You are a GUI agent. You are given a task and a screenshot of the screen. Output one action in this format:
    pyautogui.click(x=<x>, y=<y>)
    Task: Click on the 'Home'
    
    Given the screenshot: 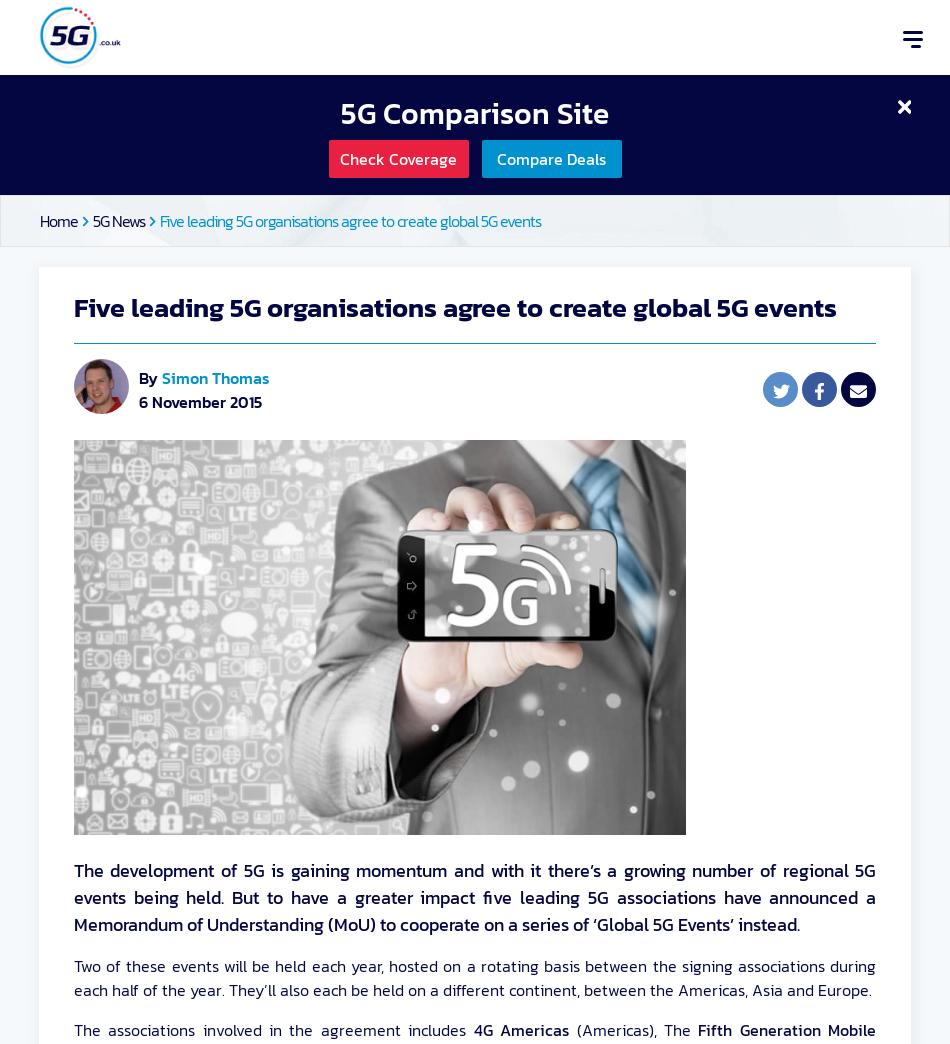 What is the action you would take?
    pyautogui.click(x=58, y=221)
    